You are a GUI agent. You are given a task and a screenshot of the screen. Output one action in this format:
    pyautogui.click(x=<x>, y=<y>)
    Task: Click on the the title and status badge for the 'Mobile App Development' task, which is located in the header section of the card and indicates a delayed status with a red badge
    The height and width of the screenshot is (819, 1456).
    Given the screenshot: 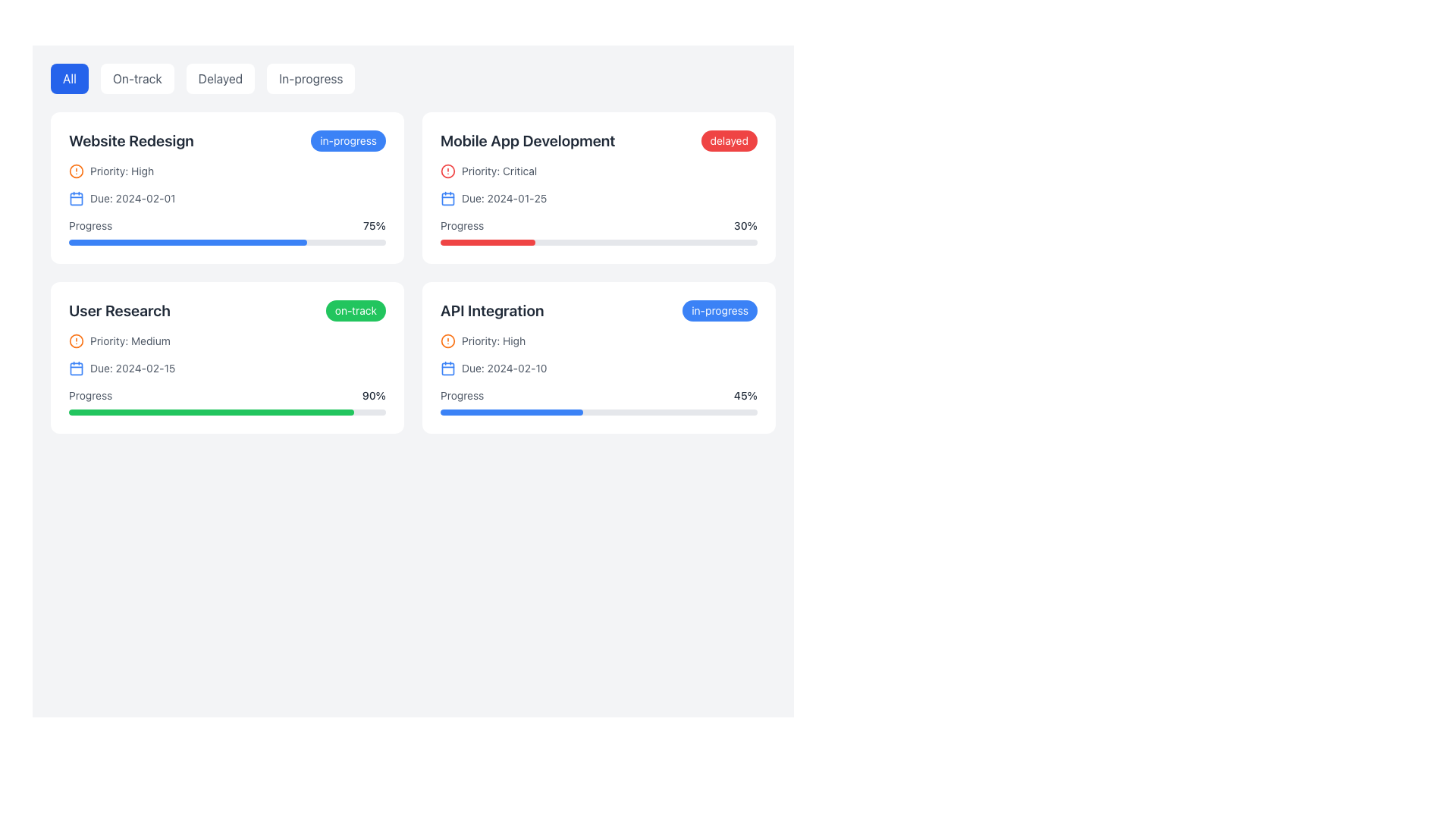 What is the action you would take?
    pyautogui.click(x=598, y=140)
    